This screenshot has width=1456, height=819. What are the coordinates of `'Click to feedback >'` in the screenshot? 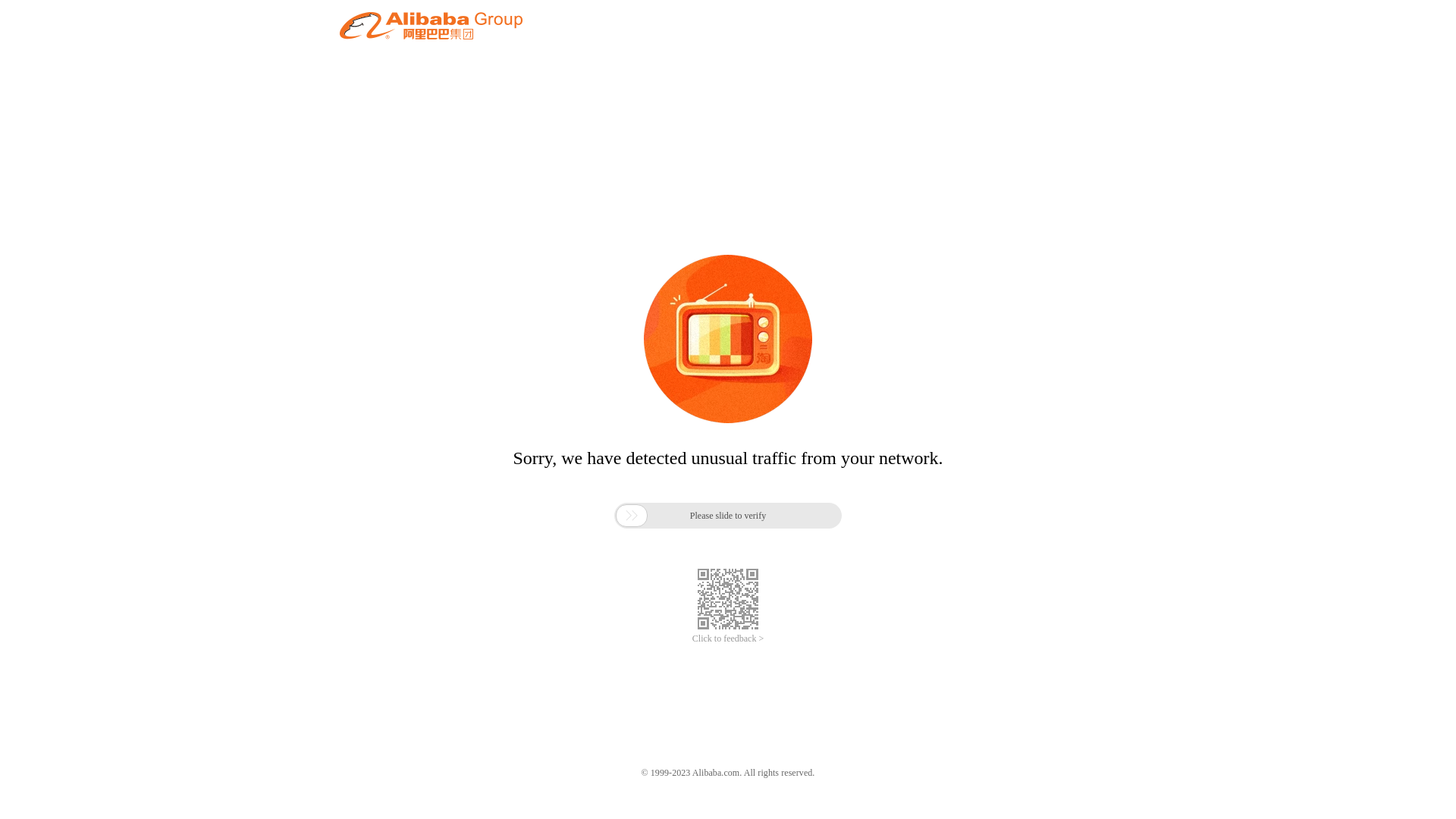 It's located at (728, 639).